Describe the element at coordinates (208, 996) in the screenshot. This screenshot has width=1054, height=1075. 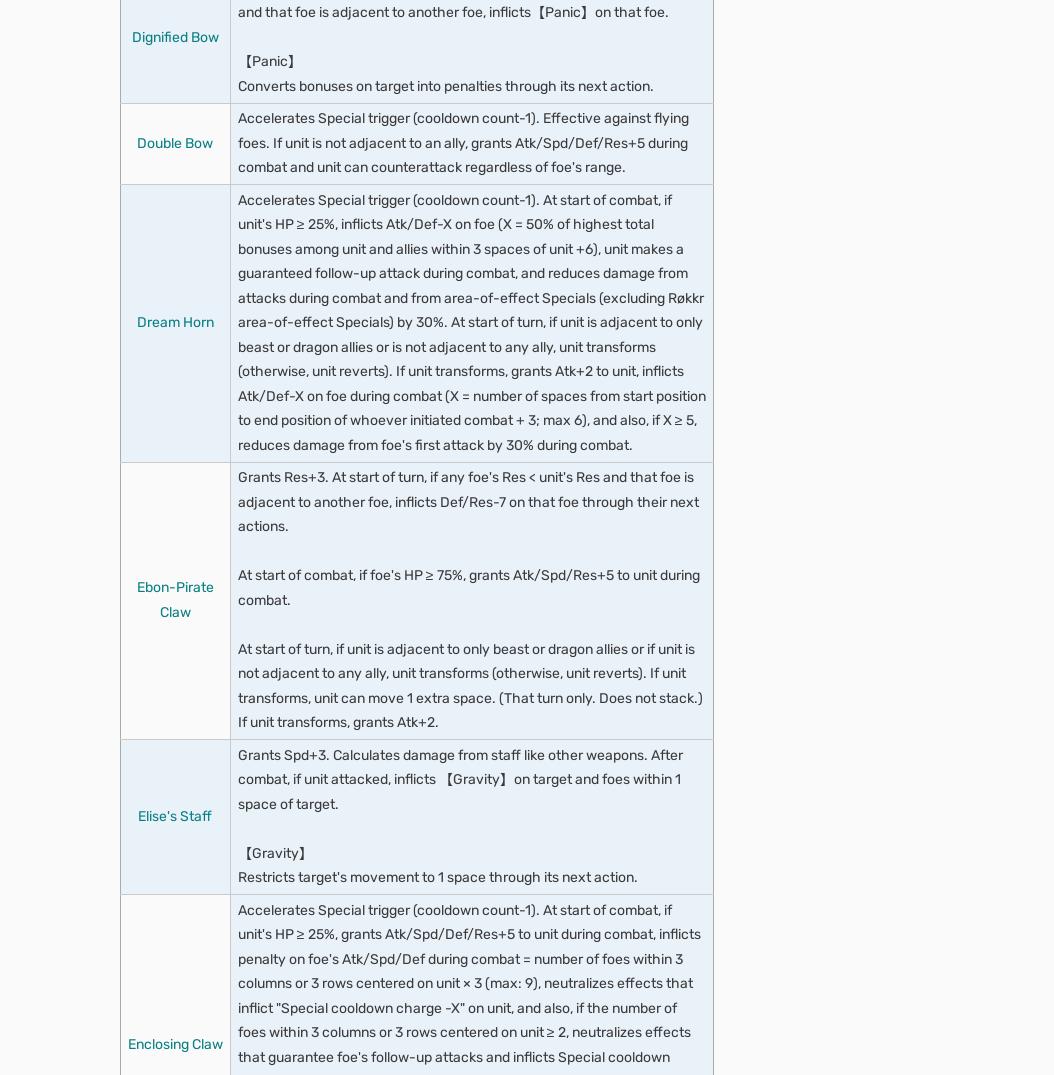
I see `'Air Orders'` at that location.